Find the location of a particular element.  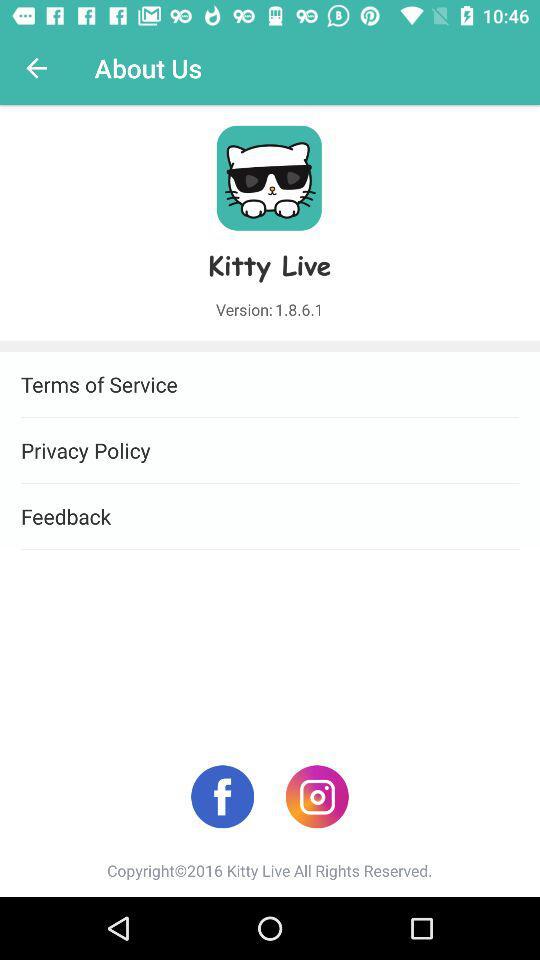

icon to the left of the about us is located at coordinates (36, 68).